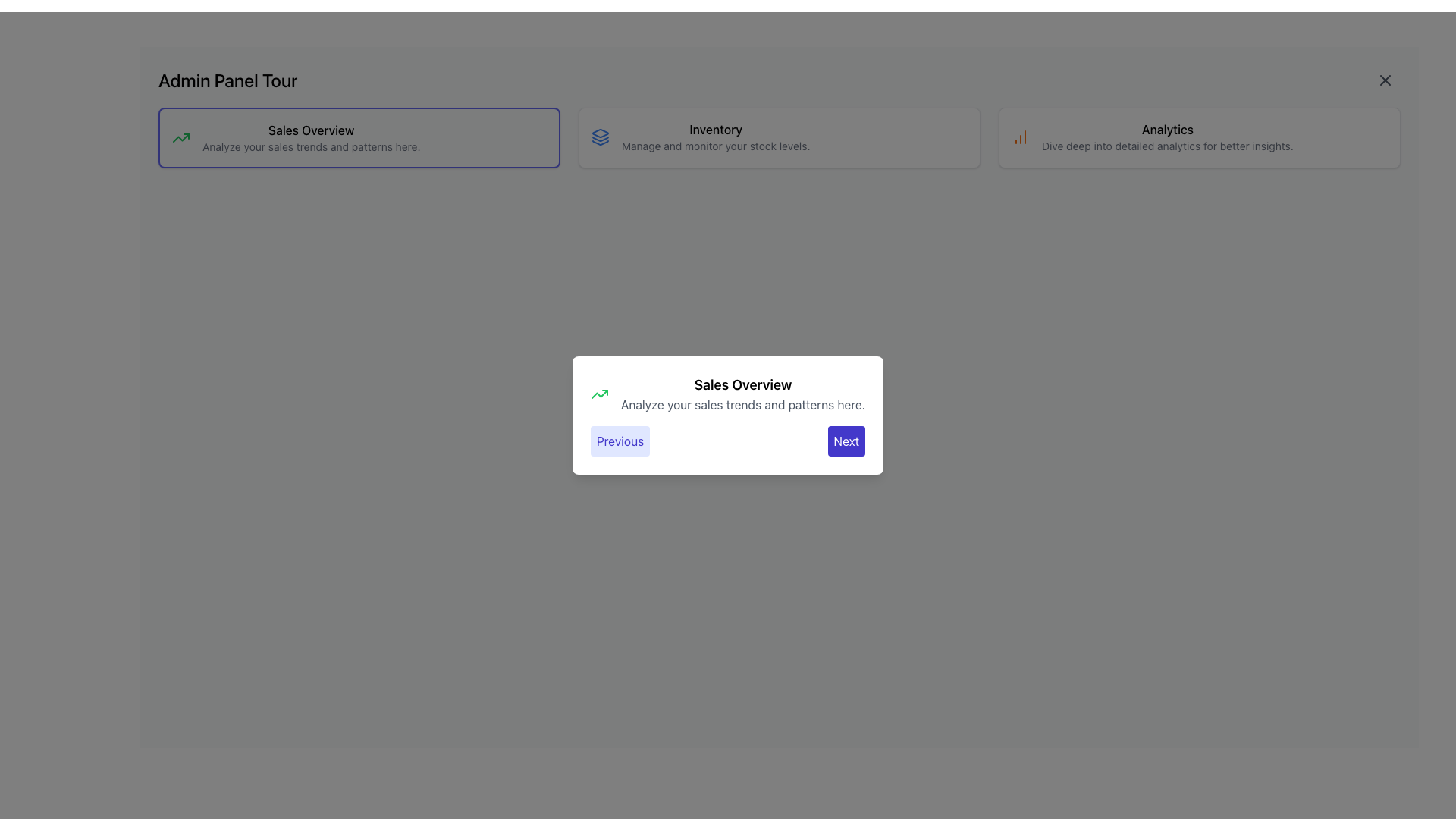  What do you see at coordinates (1166, 137) in the screenshot?
I see `the 'Analytics' informational card located in the top-right section of the interface` at bounding box center [1166, 137].